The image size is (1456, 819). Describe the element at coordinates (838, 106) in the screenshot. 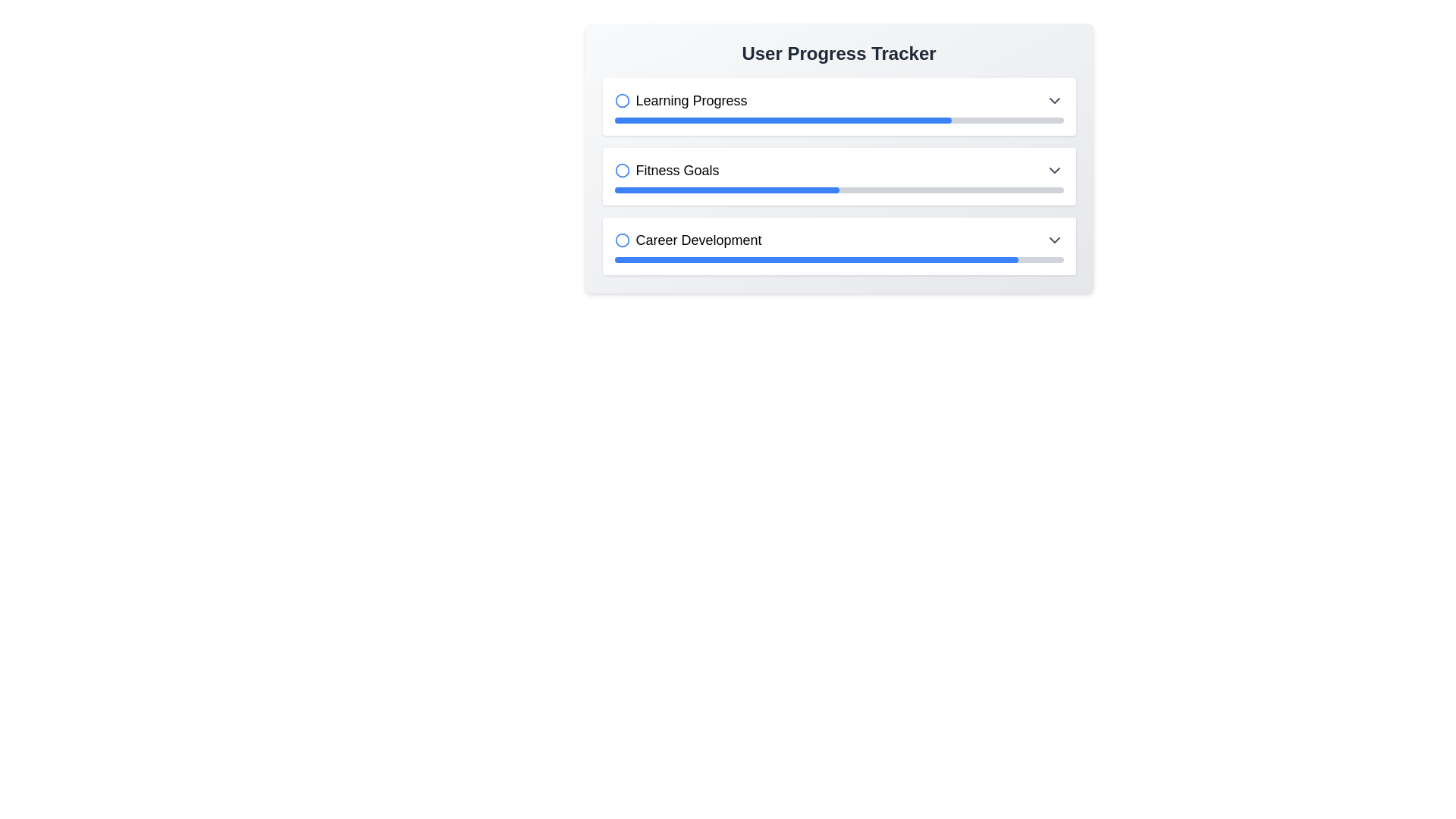

I see `the progress tracker card at the top of the list` at that location.